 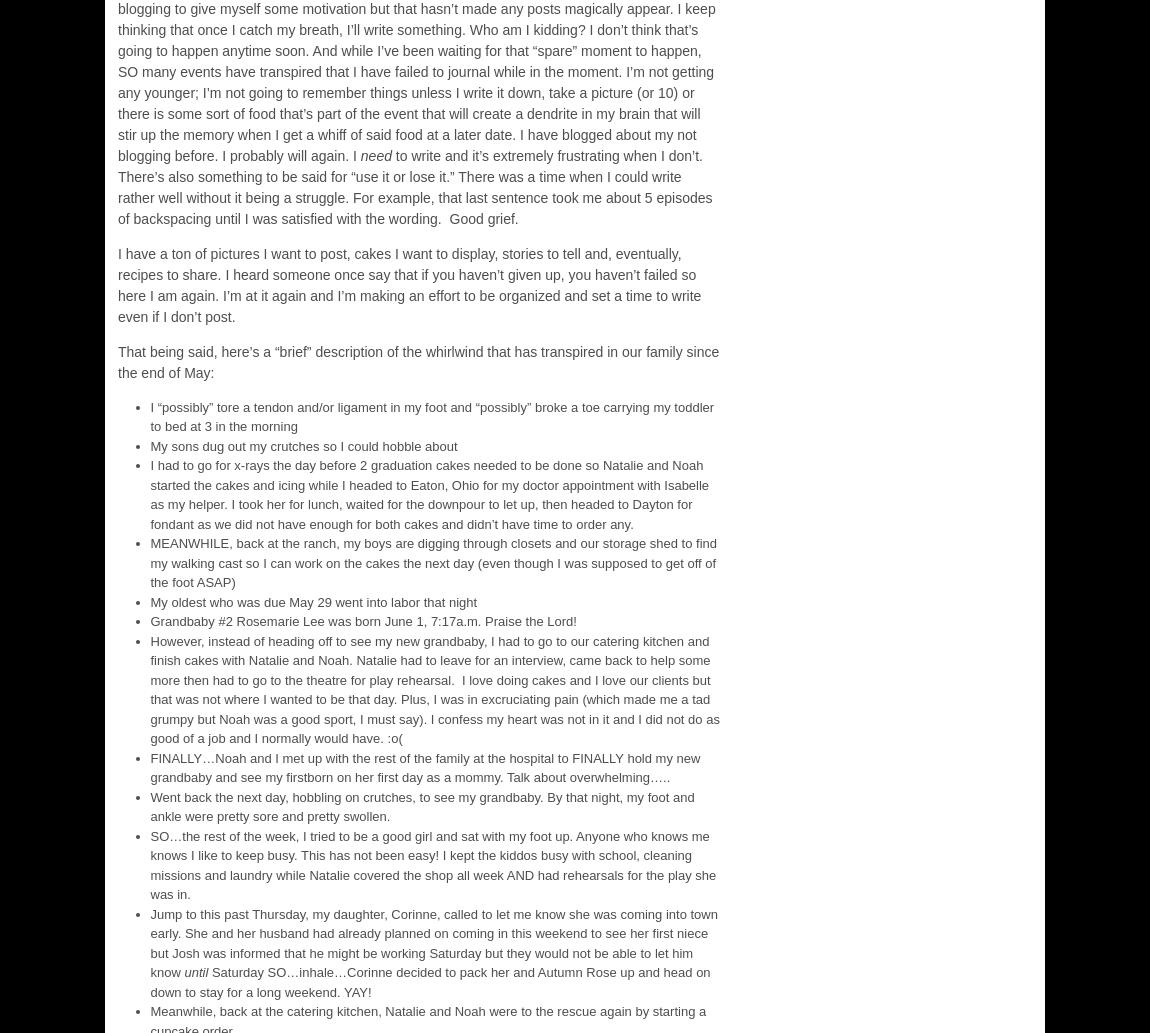 I want to click on 'However, instead of heading off to see my new grandbaby, I had to go to our catering kitchen and finish cakes with Natalie and Noah. Natalie had to leave for an interview, came back to help some more then had to go to the theatre for play rehearsal.  I love doing cakes and I love our clients but that was not where I wanted to be that day. Plus, I was in excruciating pain (which made me a tad grumpy but Noah was a good sport, I must say). I confess my heart was not in it and I did not do as good of a job and I normally would have. :o(', so click(x=434, y=689).